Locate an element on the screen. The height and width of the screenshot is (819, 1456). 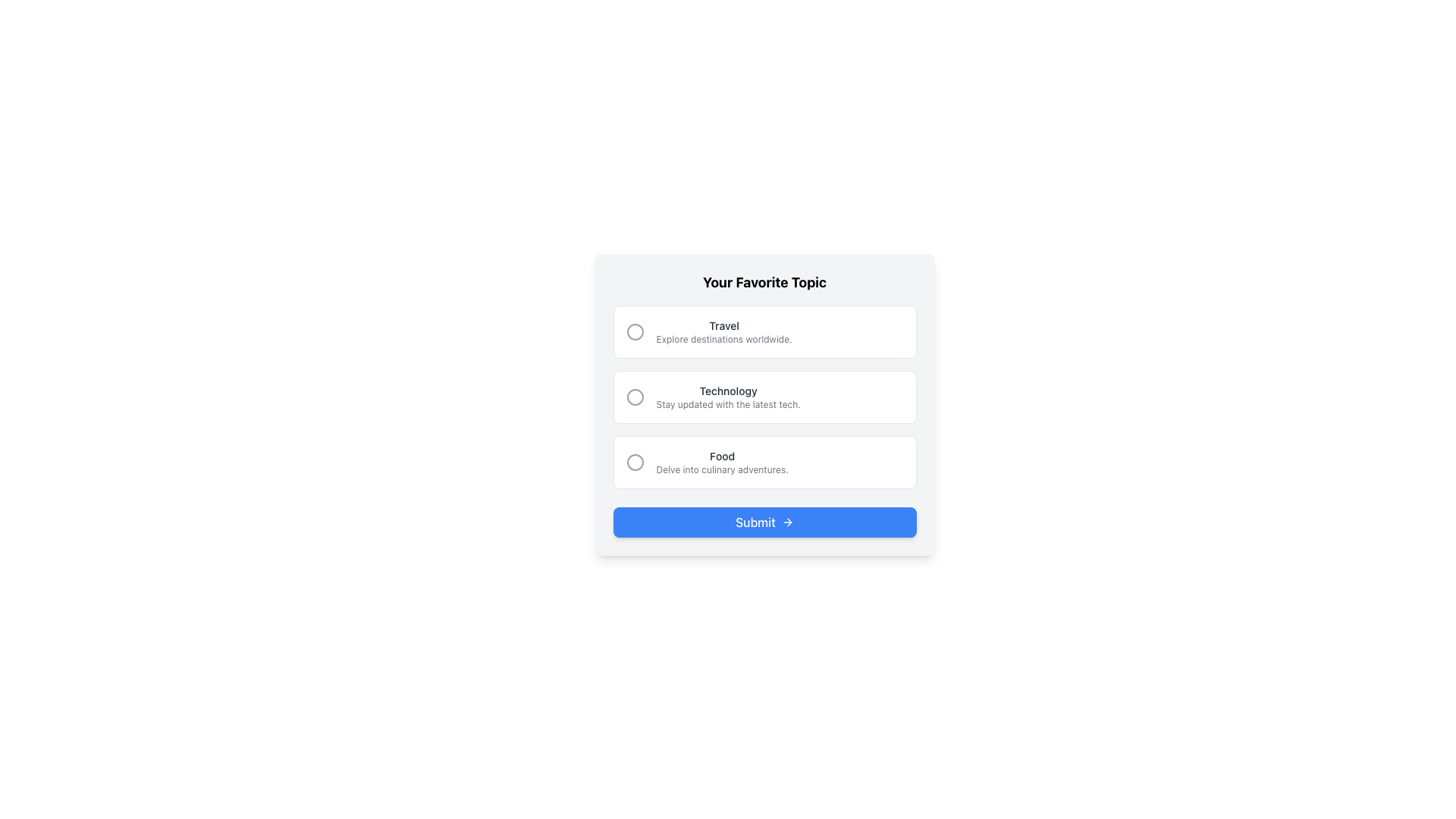
the 'Technology' radio button selector block, which is the second option in a vertical list between 'Travel' and 'Food' is located at coordinates (764, 397).